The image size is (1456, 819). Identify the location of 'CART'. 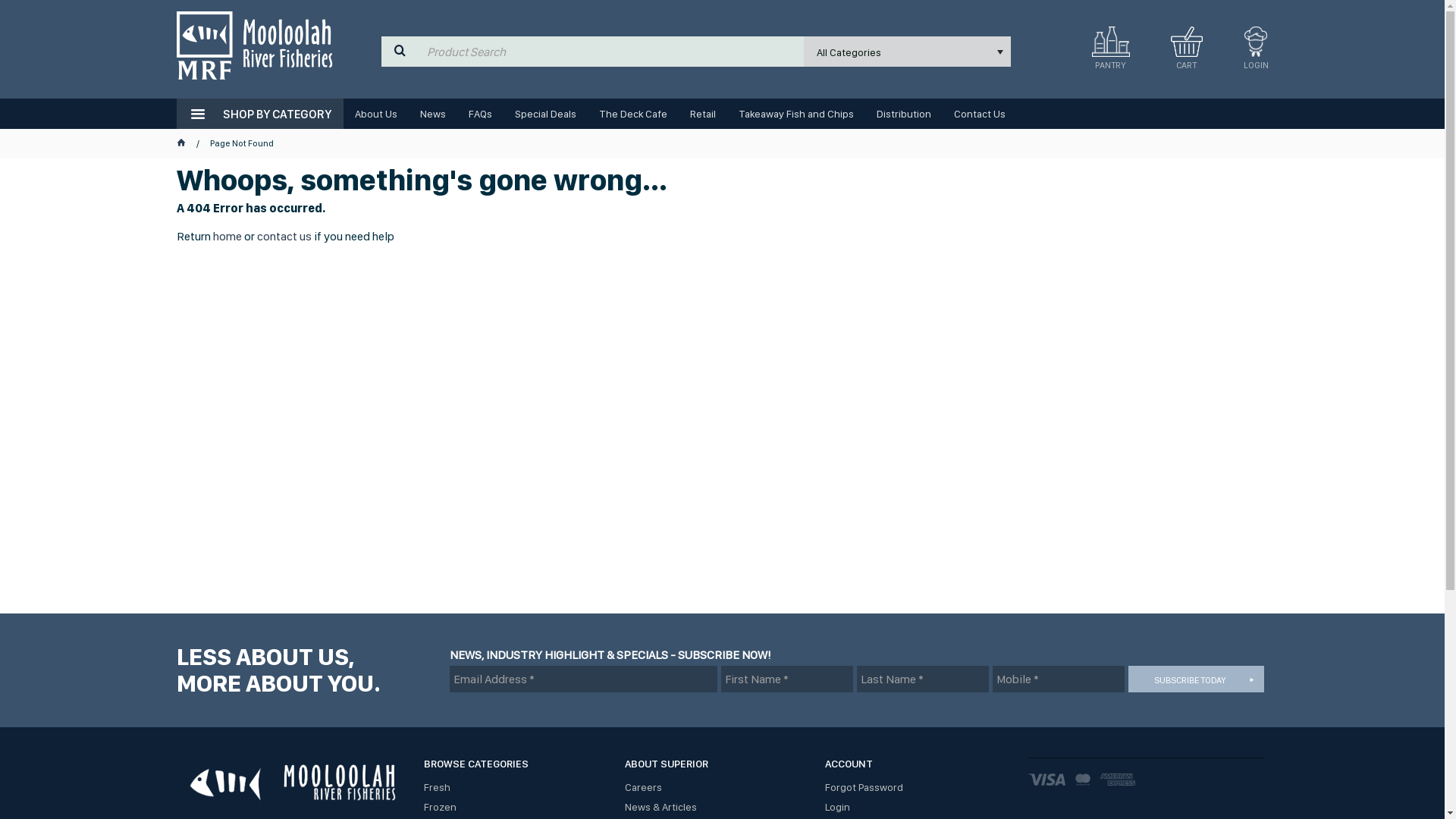
(1159, 52).